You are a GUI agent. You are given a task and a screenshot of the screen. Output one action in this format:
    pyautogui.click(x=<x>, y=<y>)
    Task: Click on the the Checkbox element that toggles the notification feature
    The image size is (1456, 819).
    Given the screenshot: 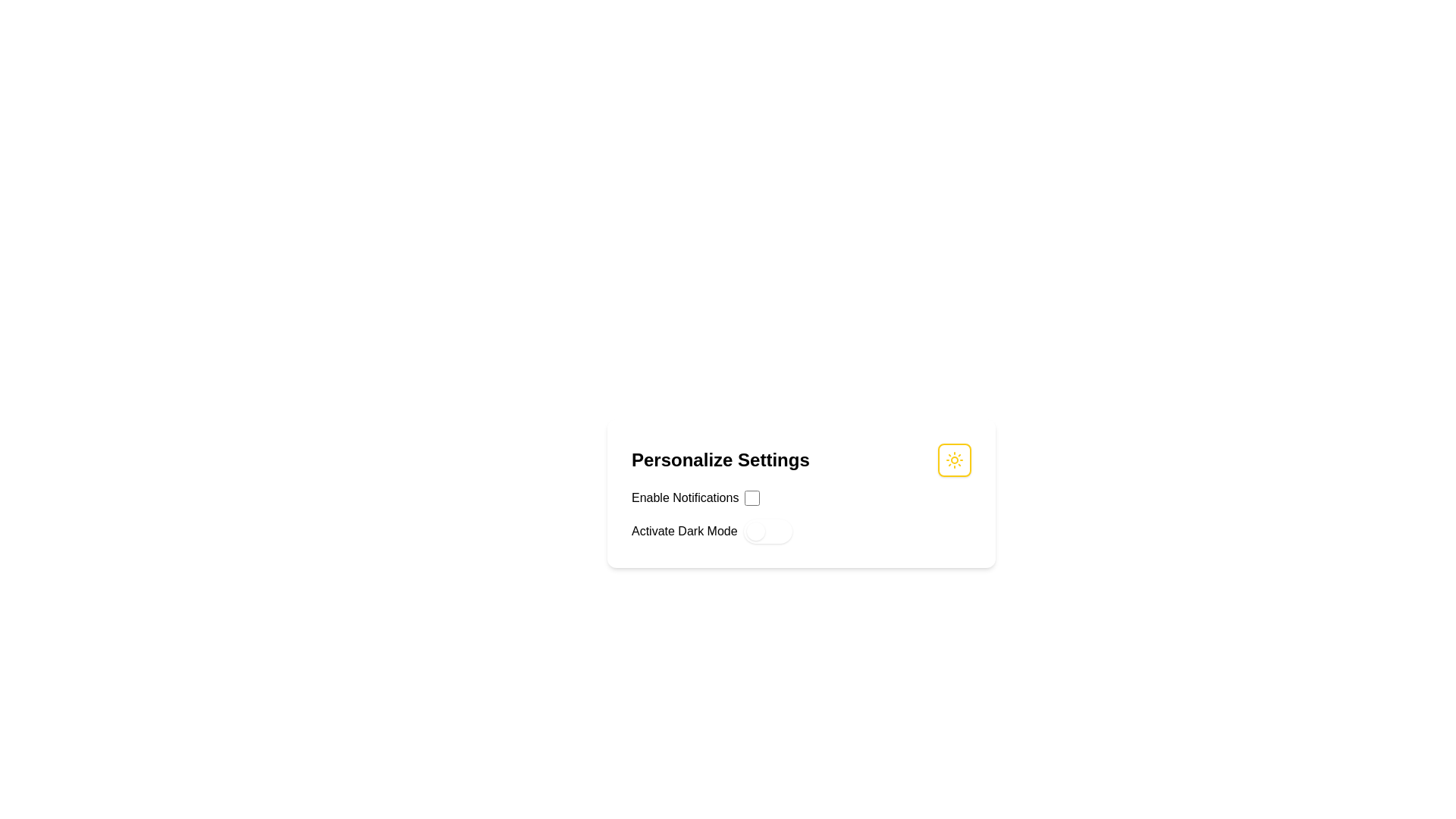 What is the action you would take?
    pyautogui.click(x=800, y=497)
    